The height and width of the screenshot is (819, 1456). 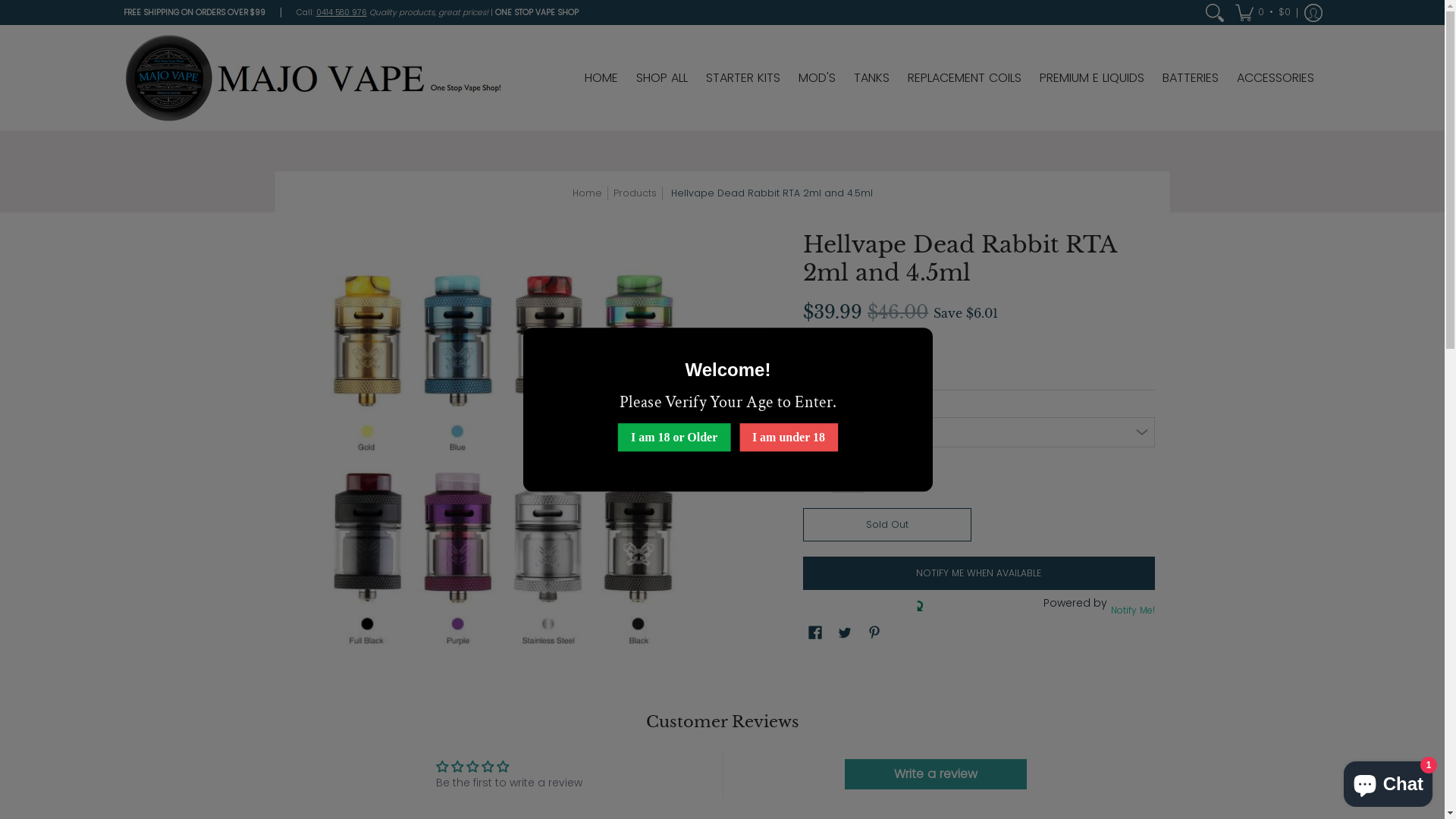 I want to click on 'Log in', so click(x=1312, y=12).